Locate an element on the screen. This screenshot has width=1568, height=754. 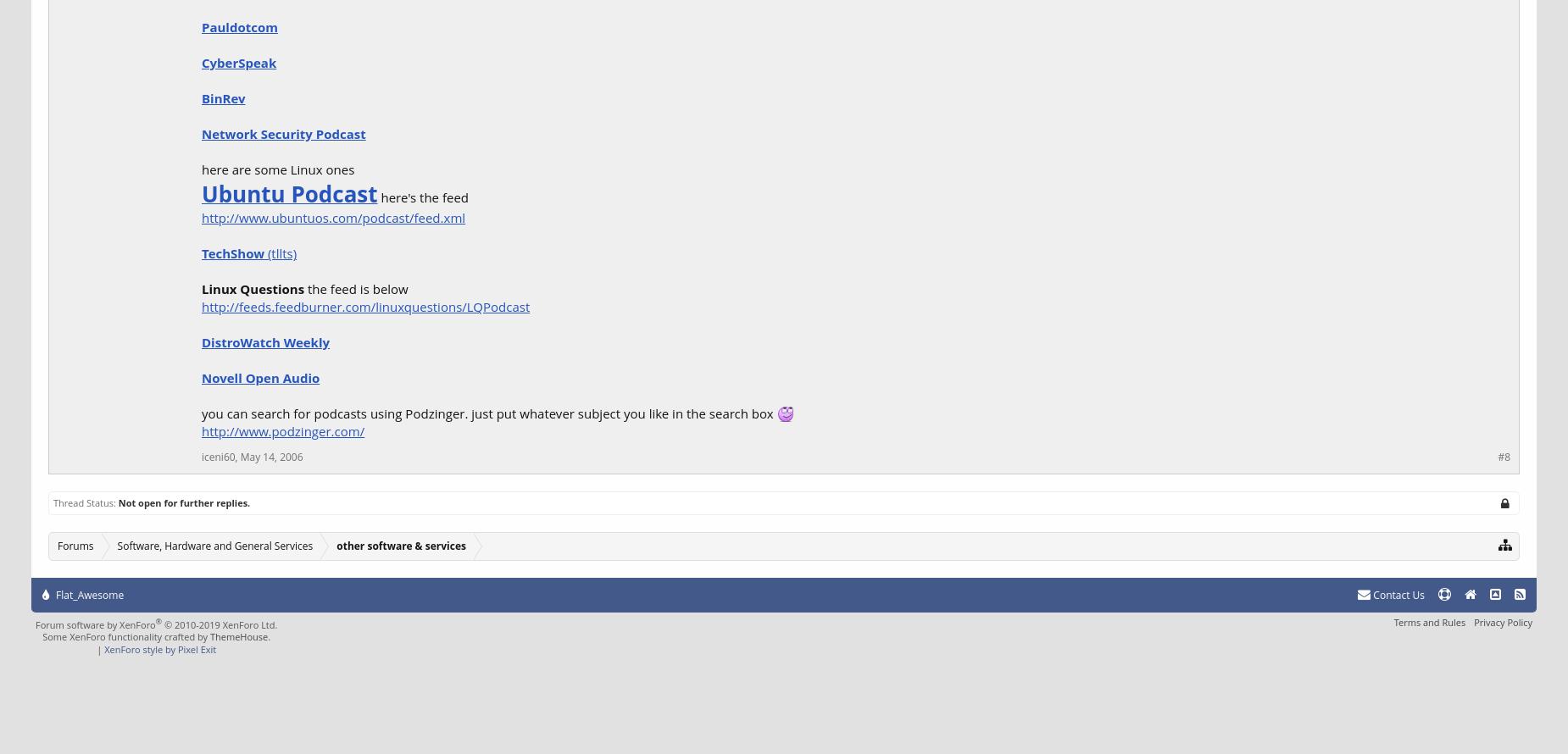
'the feed is below' is located at coordinates (303, 288).